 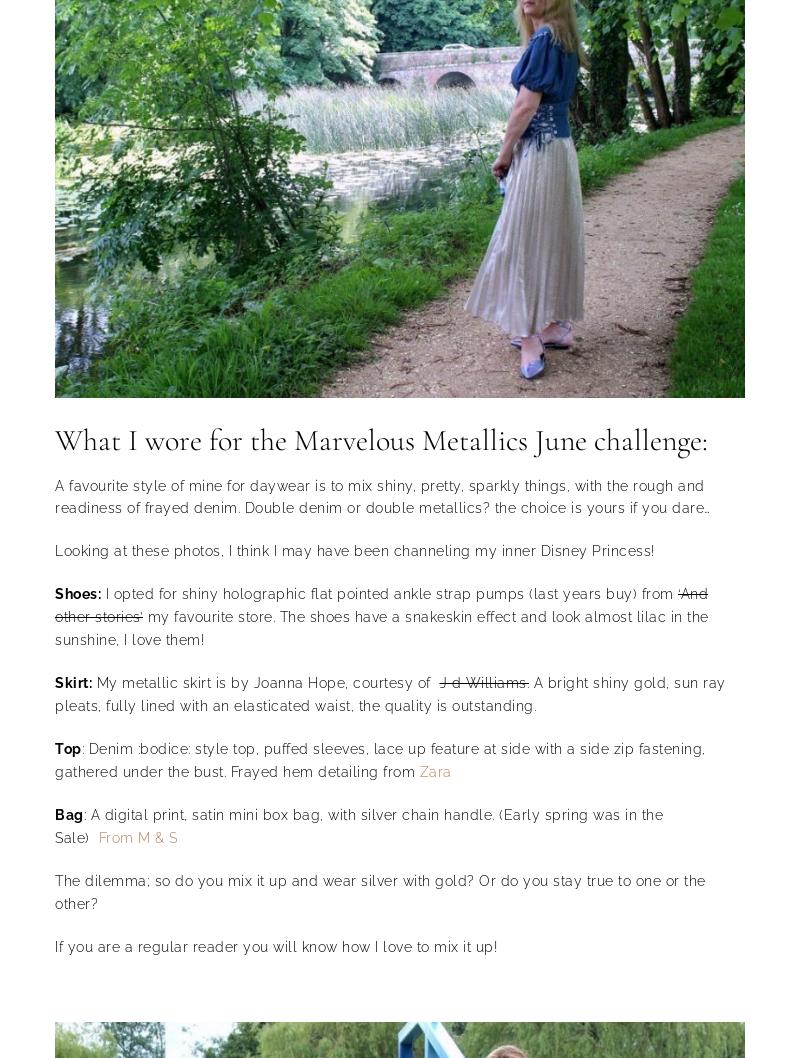 What do you see at coordinates (54, 759) in the screenshot?
I see `': Denim :bodice: style top, puffed sleeves, lace up feature at side with a side zip fastening, gathered under the bust. Frayed hem detailing from'` at bounding box center [54, 759].